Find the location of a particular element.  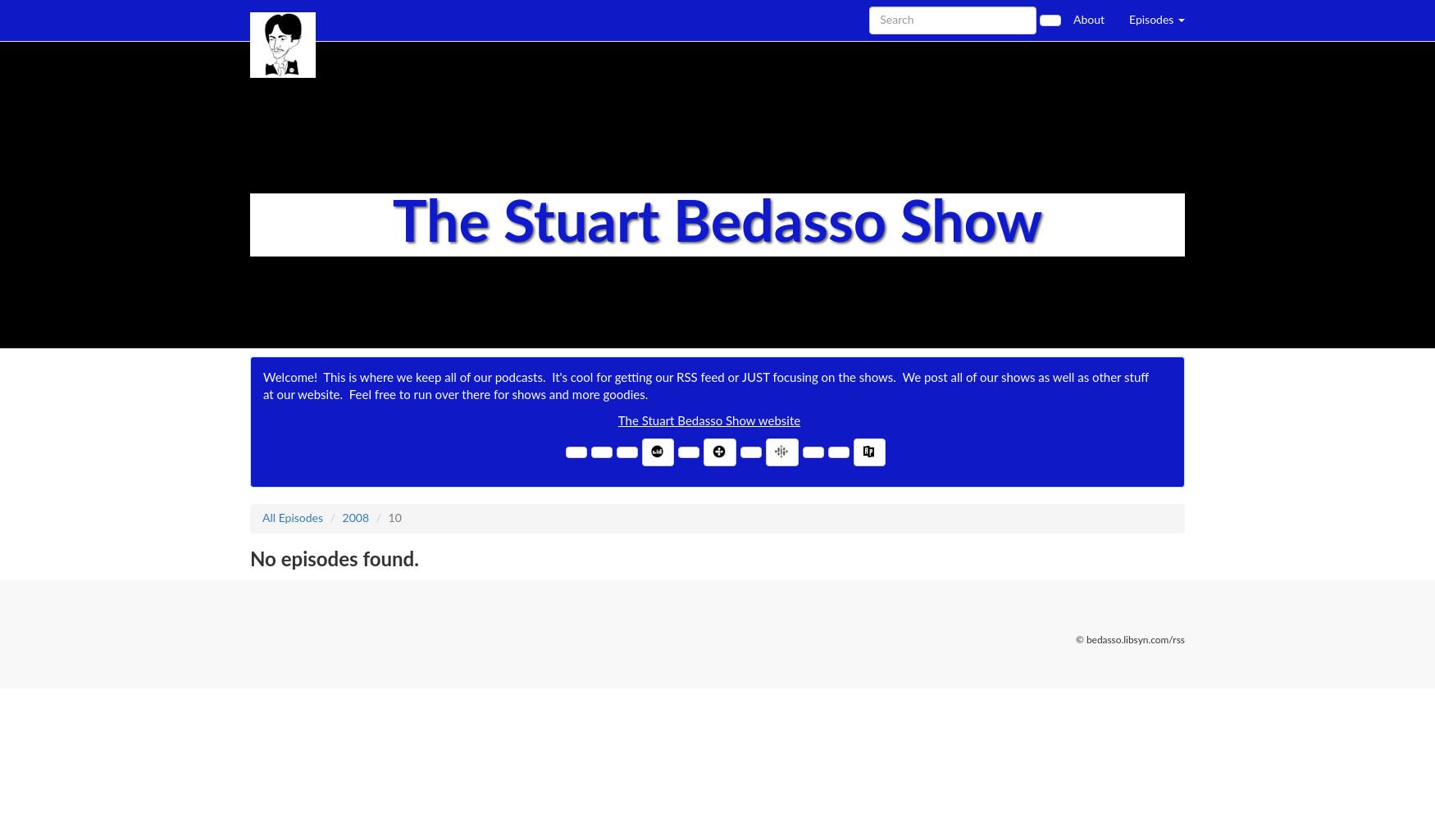

'No episodes found.' is located at coordinates (333, 560).